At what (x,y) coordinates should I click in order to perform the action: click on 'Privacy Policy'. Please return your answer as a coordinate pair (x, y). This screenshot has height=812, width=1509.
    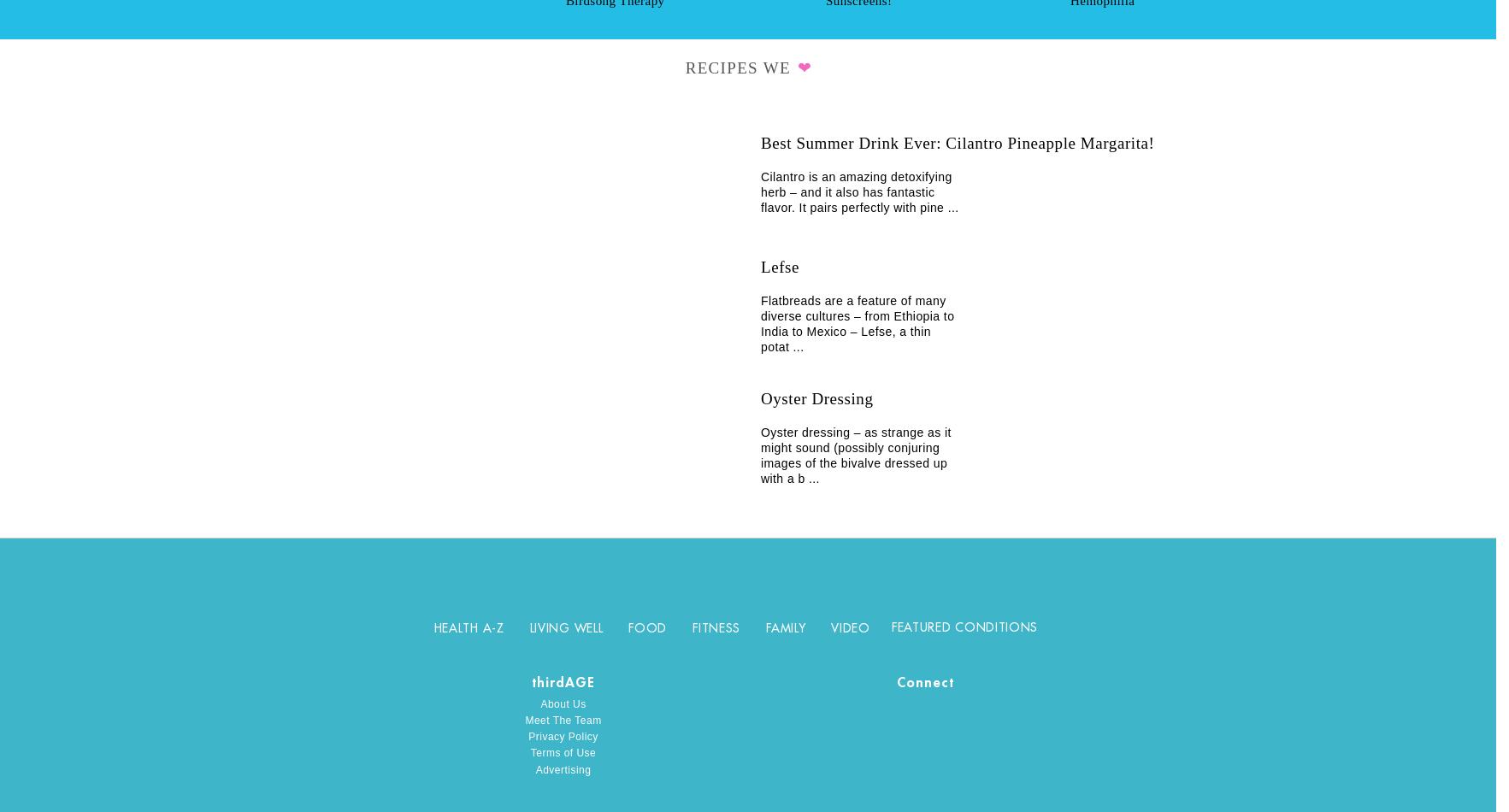
    Looking at the image, I should click on (562, 736).